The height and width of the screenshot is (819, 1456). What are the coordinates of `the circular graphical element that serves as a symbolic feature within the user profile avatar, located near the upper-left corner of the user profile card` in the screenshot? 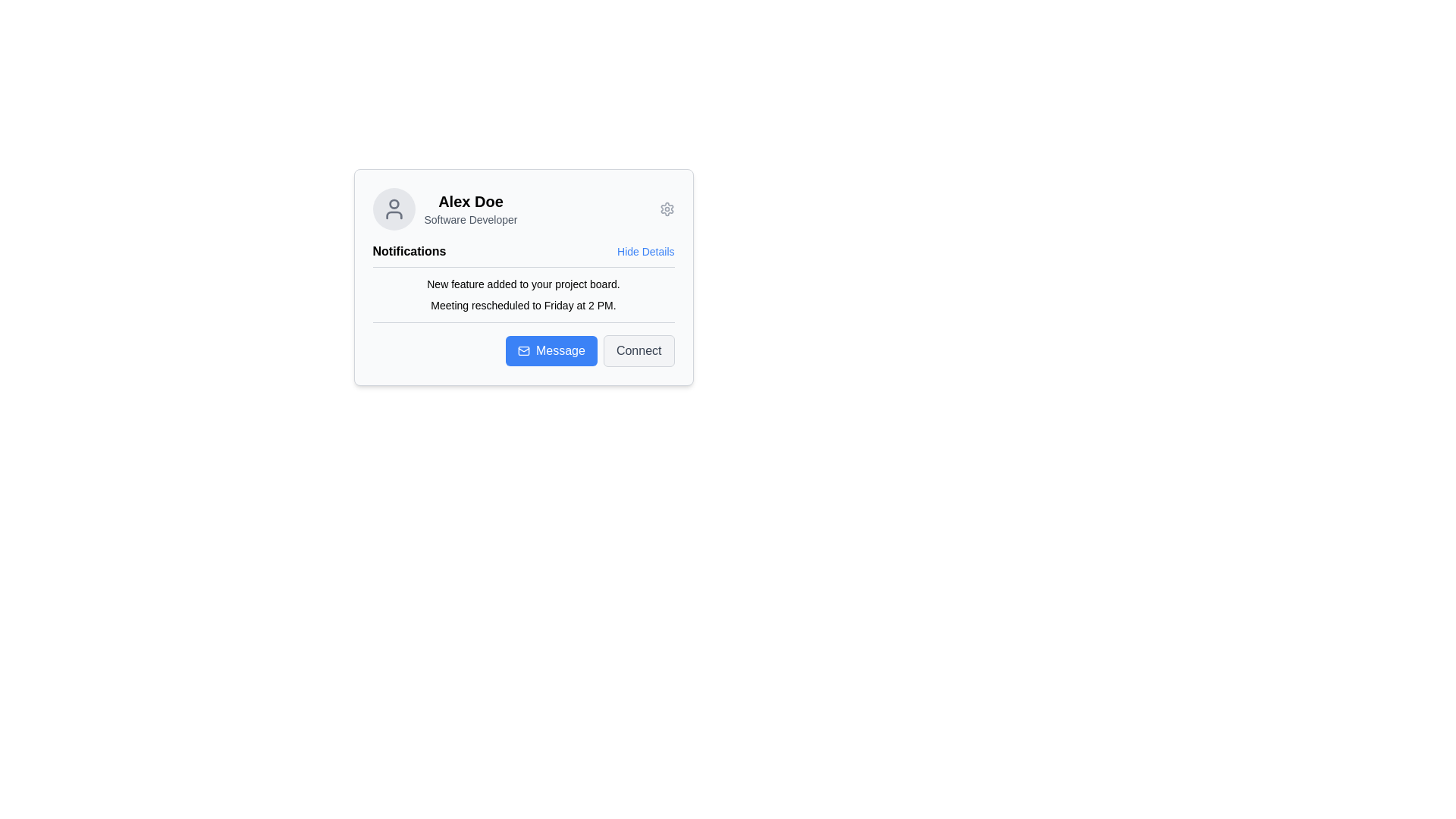 It's located at (394, 203).